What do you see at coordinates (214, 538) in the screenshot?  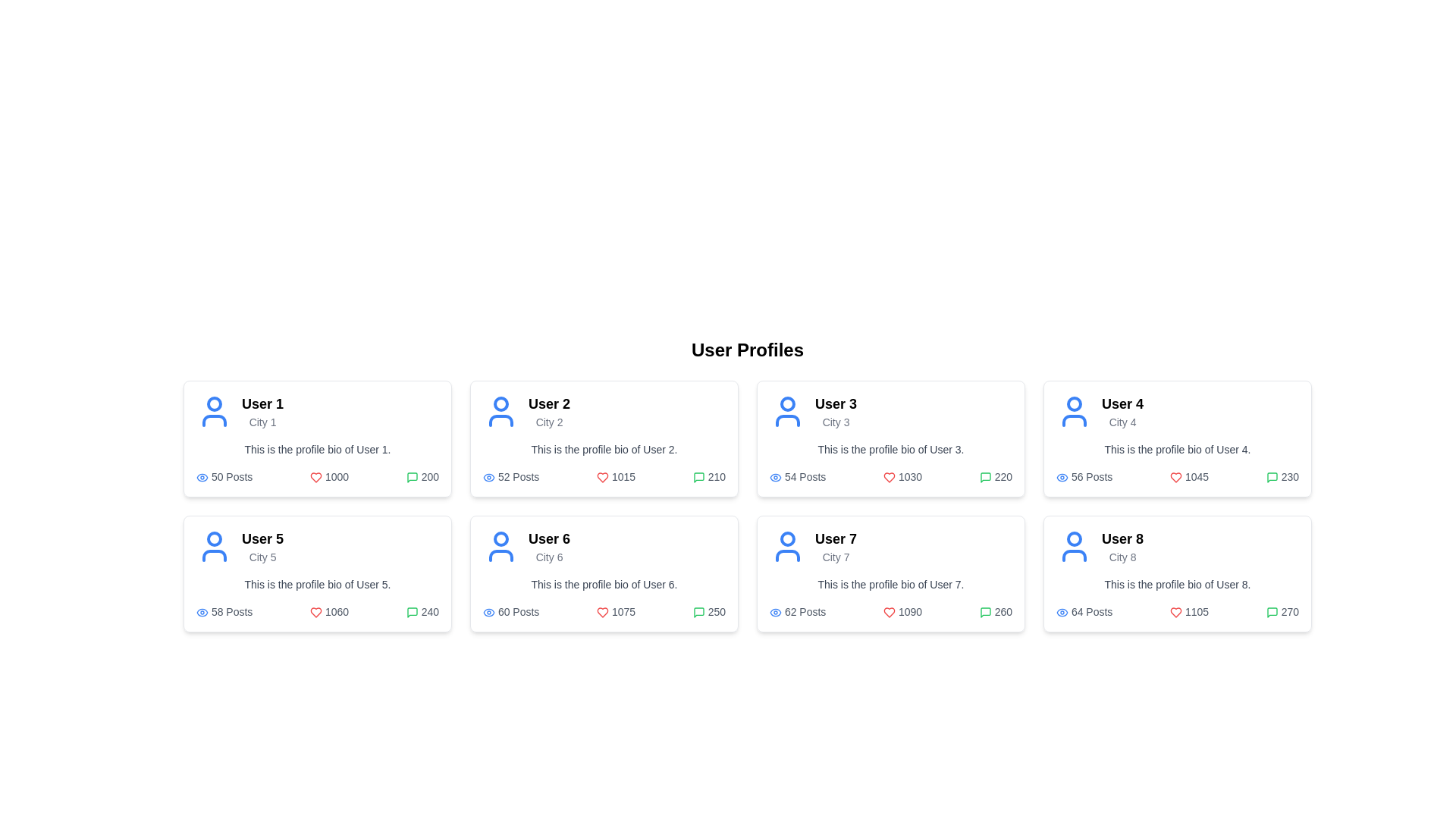 I see `the head icon of the user illustration for 'User 5' located in the profile card at the second row, first column of the grid` at bounding box center [214, 538].